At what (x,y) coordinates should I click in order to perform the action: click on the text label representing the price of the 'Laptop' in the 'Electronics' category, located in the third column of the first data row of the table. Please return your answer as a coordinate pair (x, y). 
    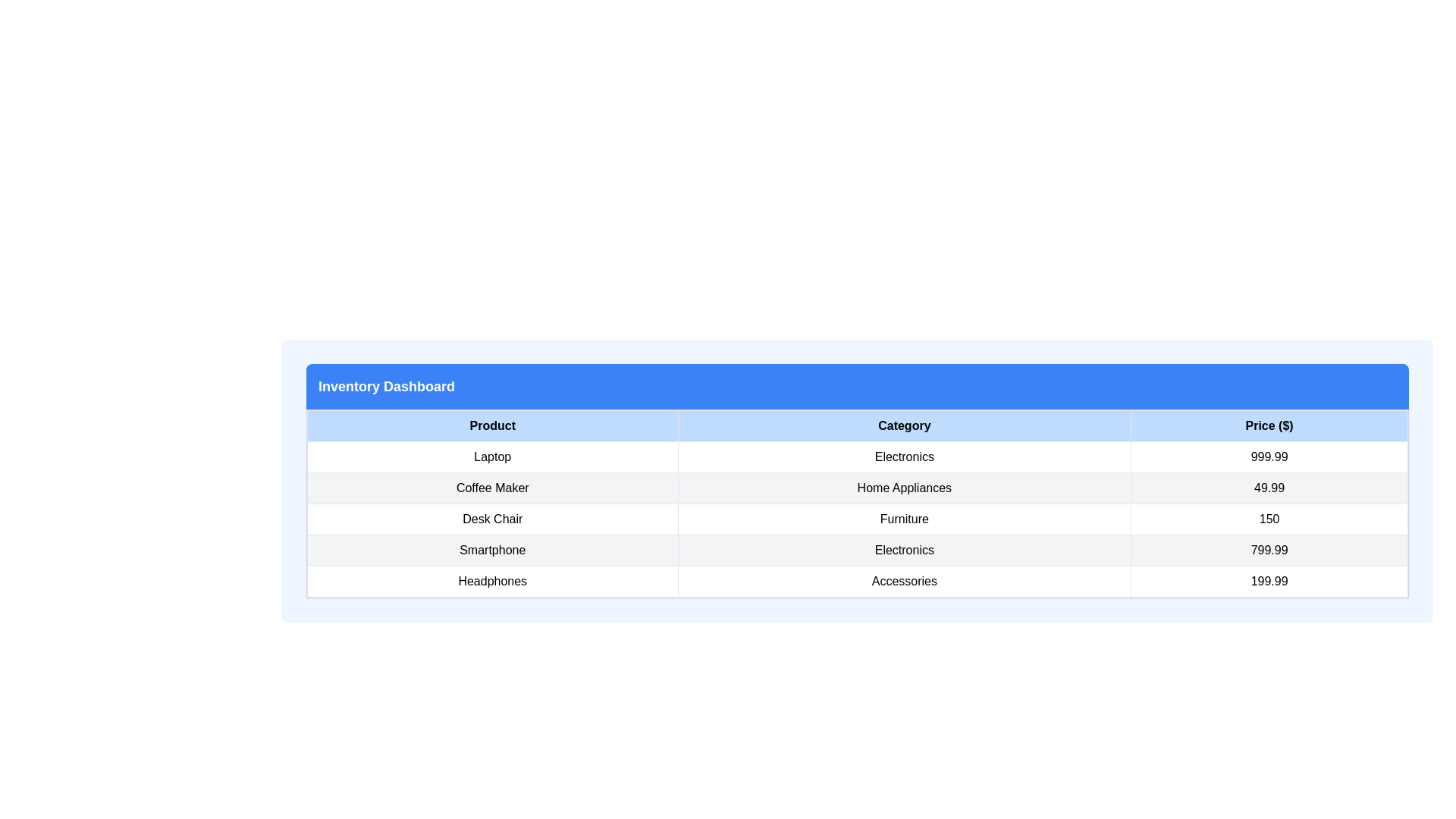
    Looking at the image, I should click on (1269, 456).